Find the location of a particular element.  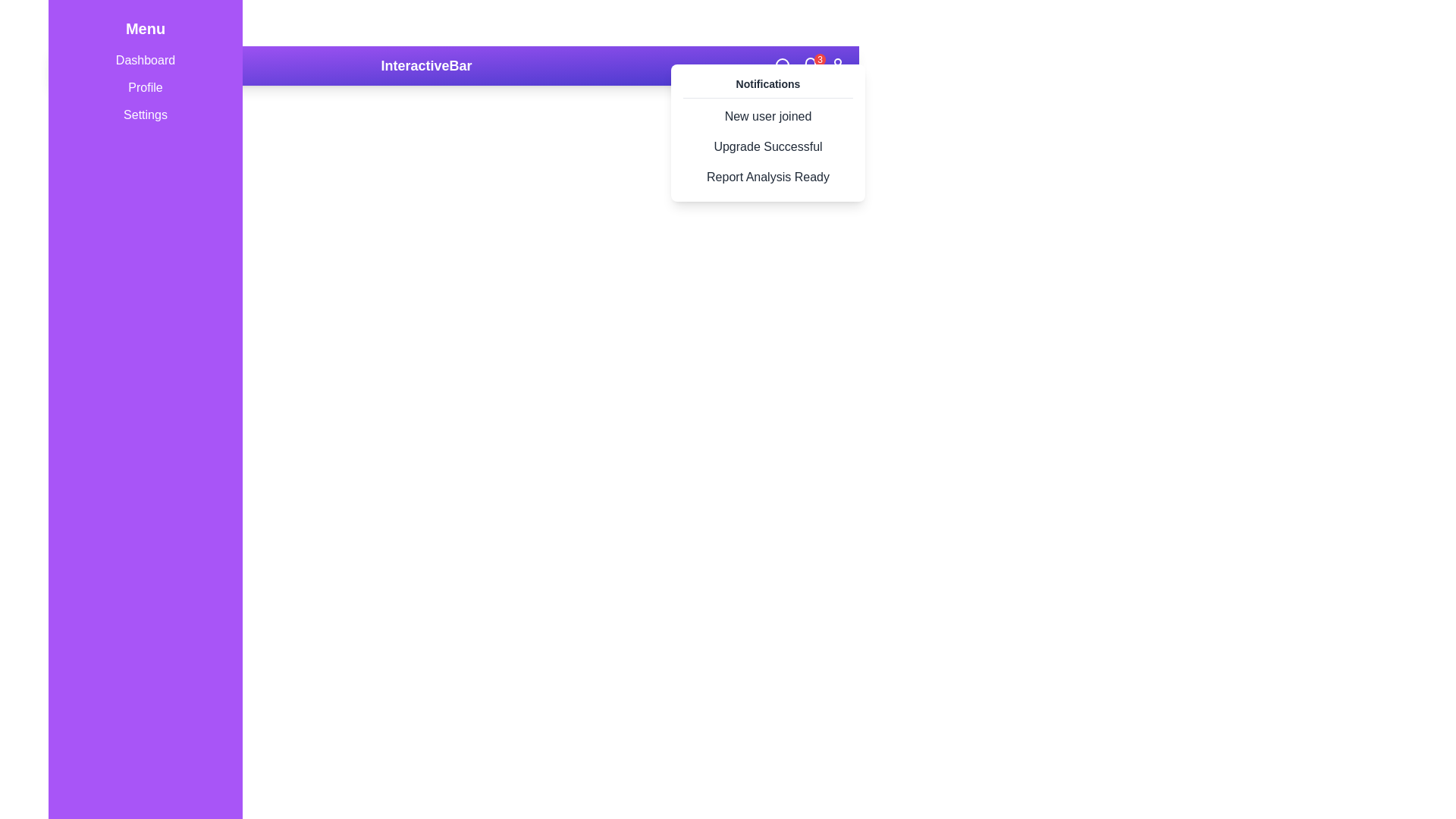

the user profile icon located at the far-right corner of the horizontal navigation bar is located at coordinates (836, 65).